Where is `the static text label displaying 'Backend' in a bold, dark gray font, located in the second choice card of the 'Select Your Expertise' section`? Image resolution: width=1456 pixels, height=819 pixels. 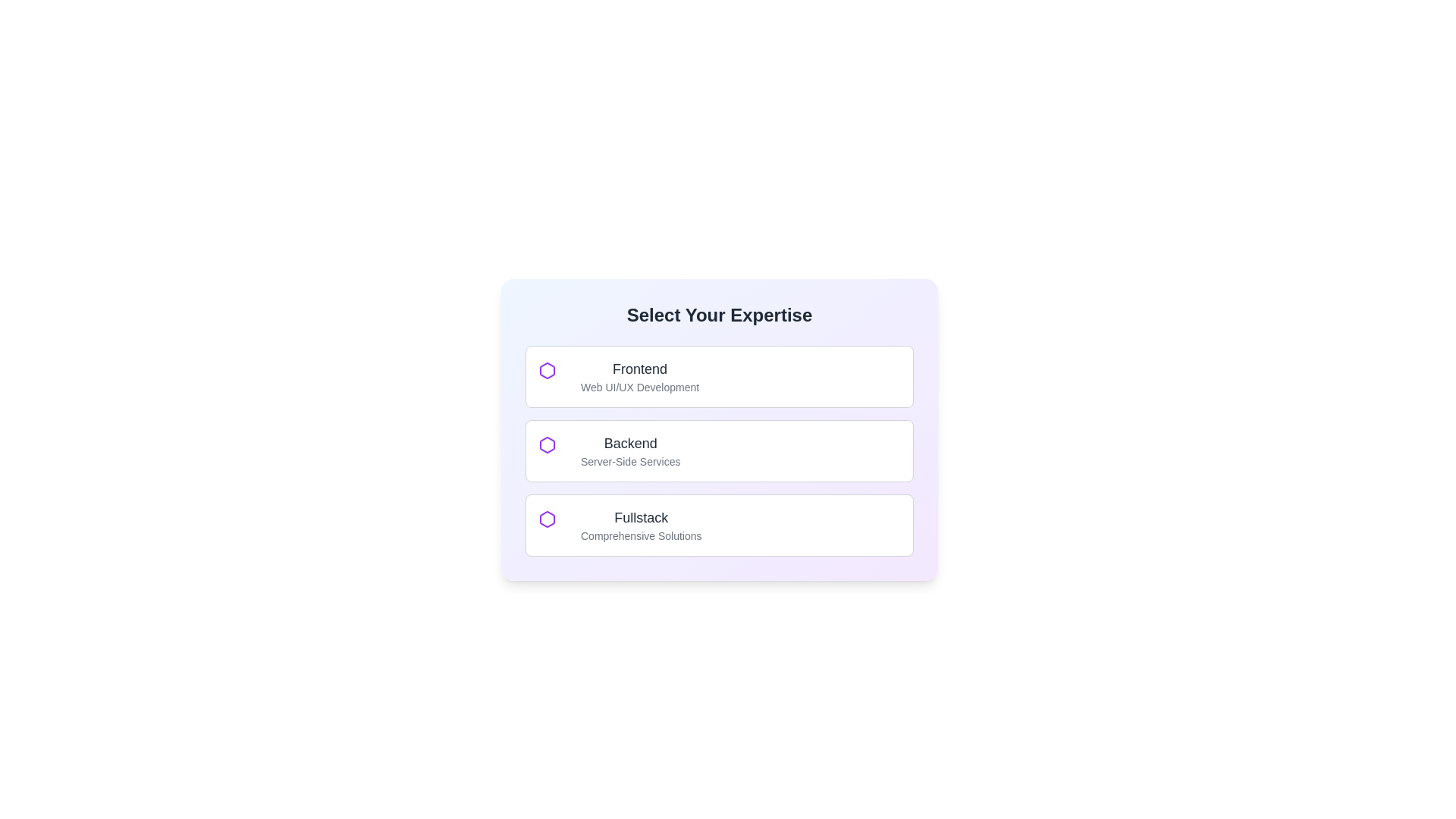
the static text label displaying 'Backend' in a bold, dark gray font, located in the second choice card of the 'Select Your Expertise' section is located at coordinates (630, 444).